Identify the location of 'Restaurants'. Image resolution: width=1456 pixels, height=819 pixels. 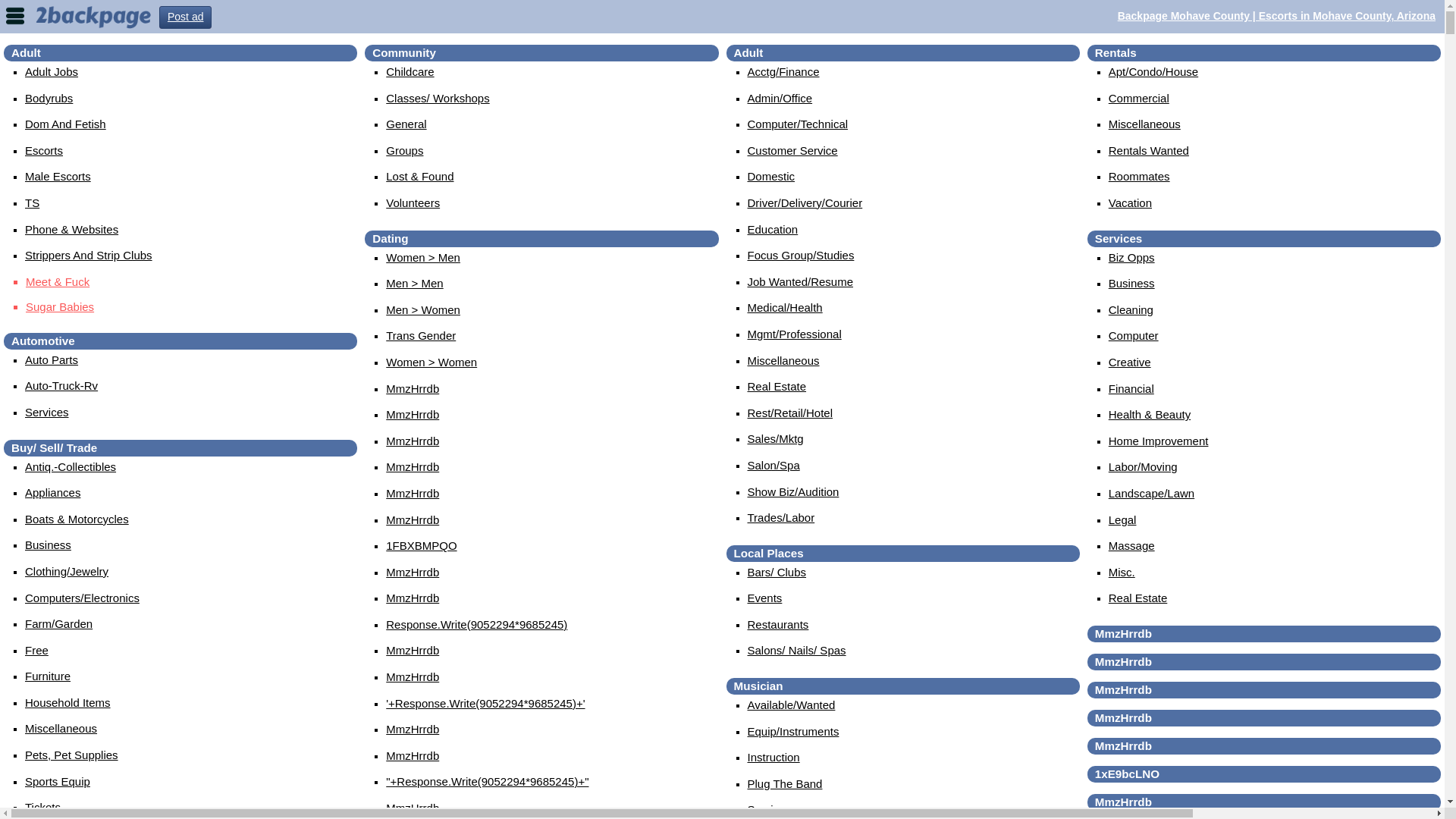
(778, 624).